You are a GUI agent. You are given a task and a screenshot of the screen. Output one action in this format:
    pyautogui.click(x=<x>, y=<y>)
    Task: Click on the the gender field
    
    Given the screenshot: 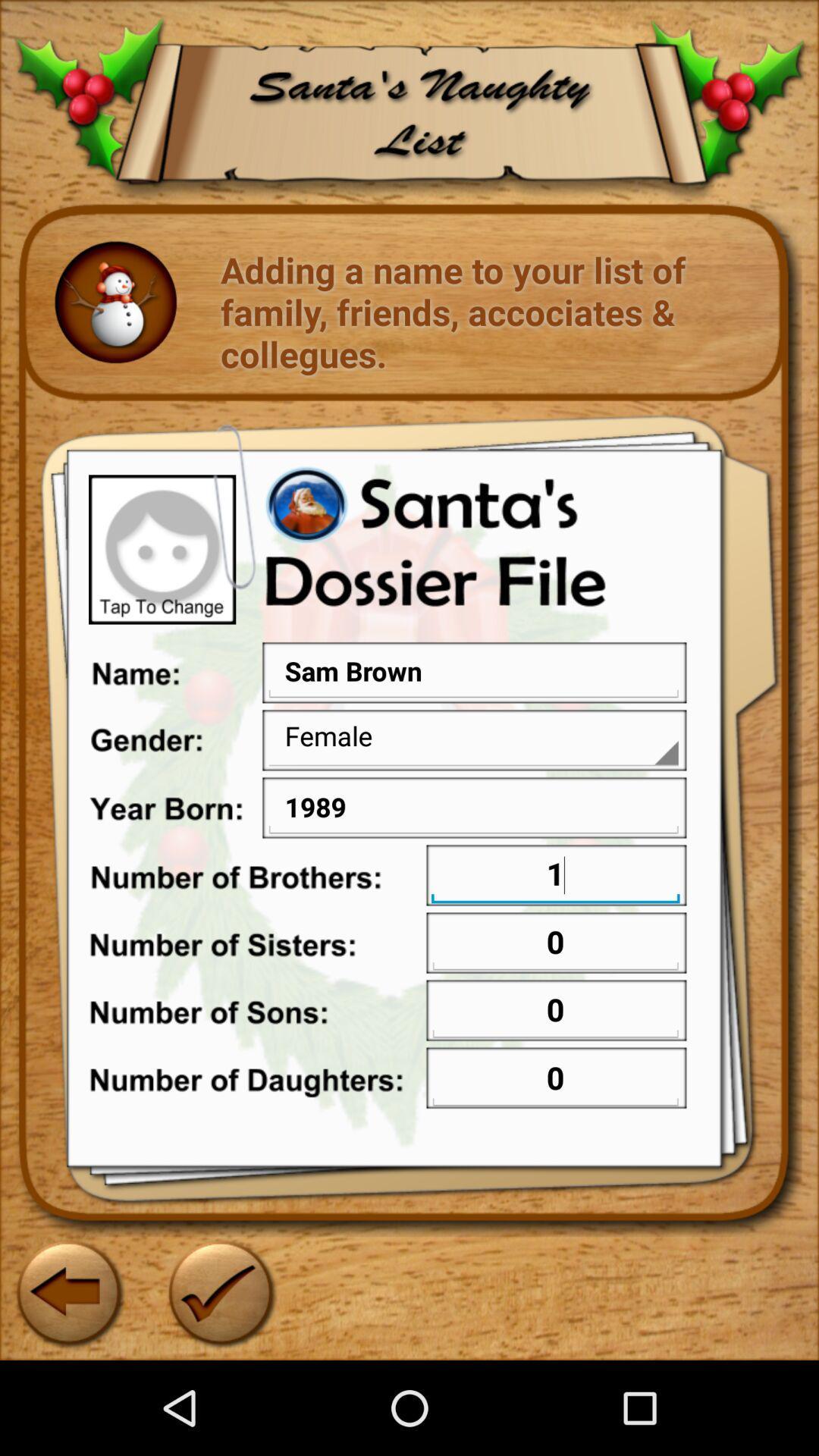 What is the action you would take?
    pyautogui.click(x=472, y=736)
    